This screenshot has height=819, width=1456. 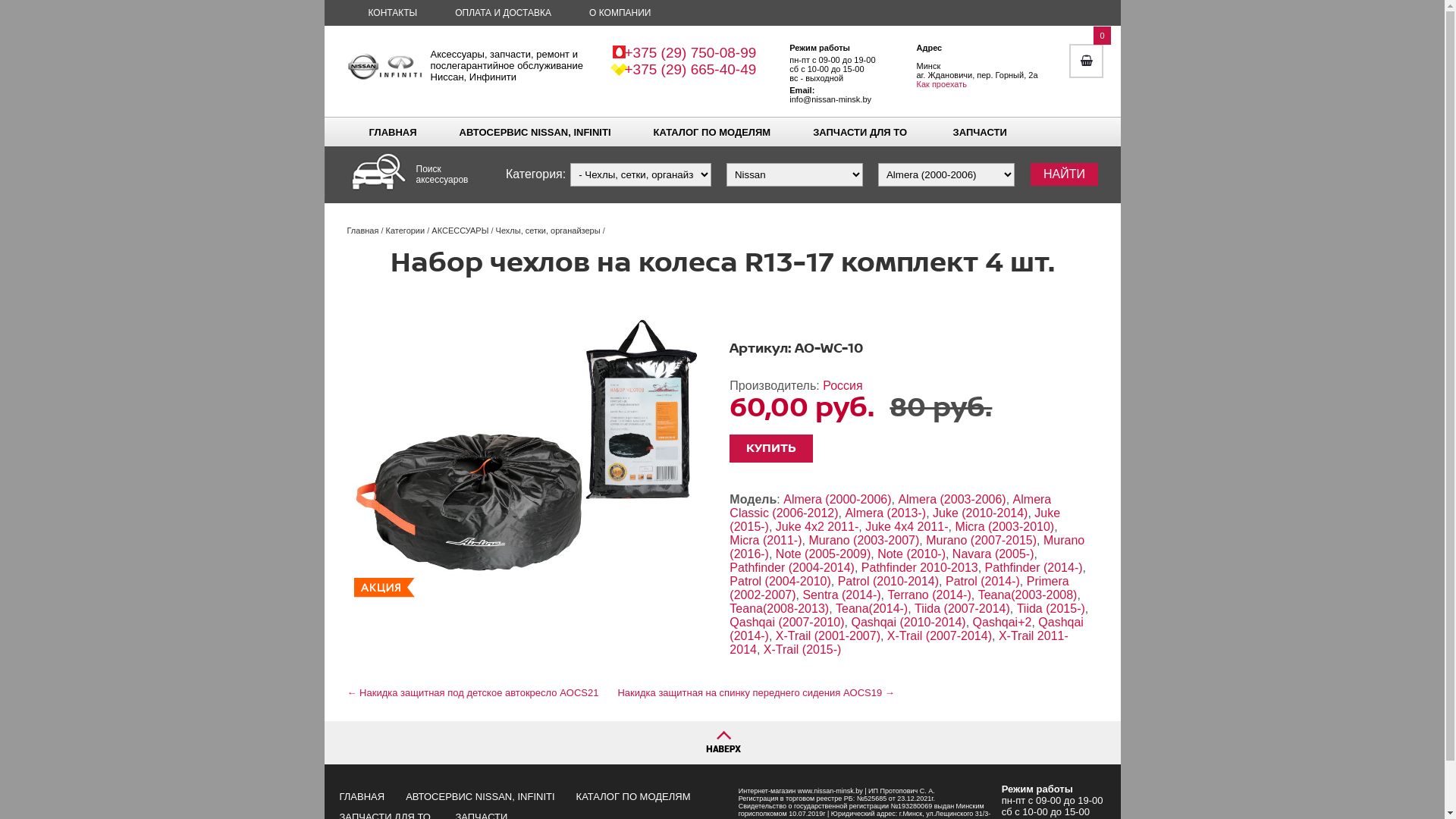 I want to click on 'X-Trail (2001-2007)', so click(x=827, y=635).